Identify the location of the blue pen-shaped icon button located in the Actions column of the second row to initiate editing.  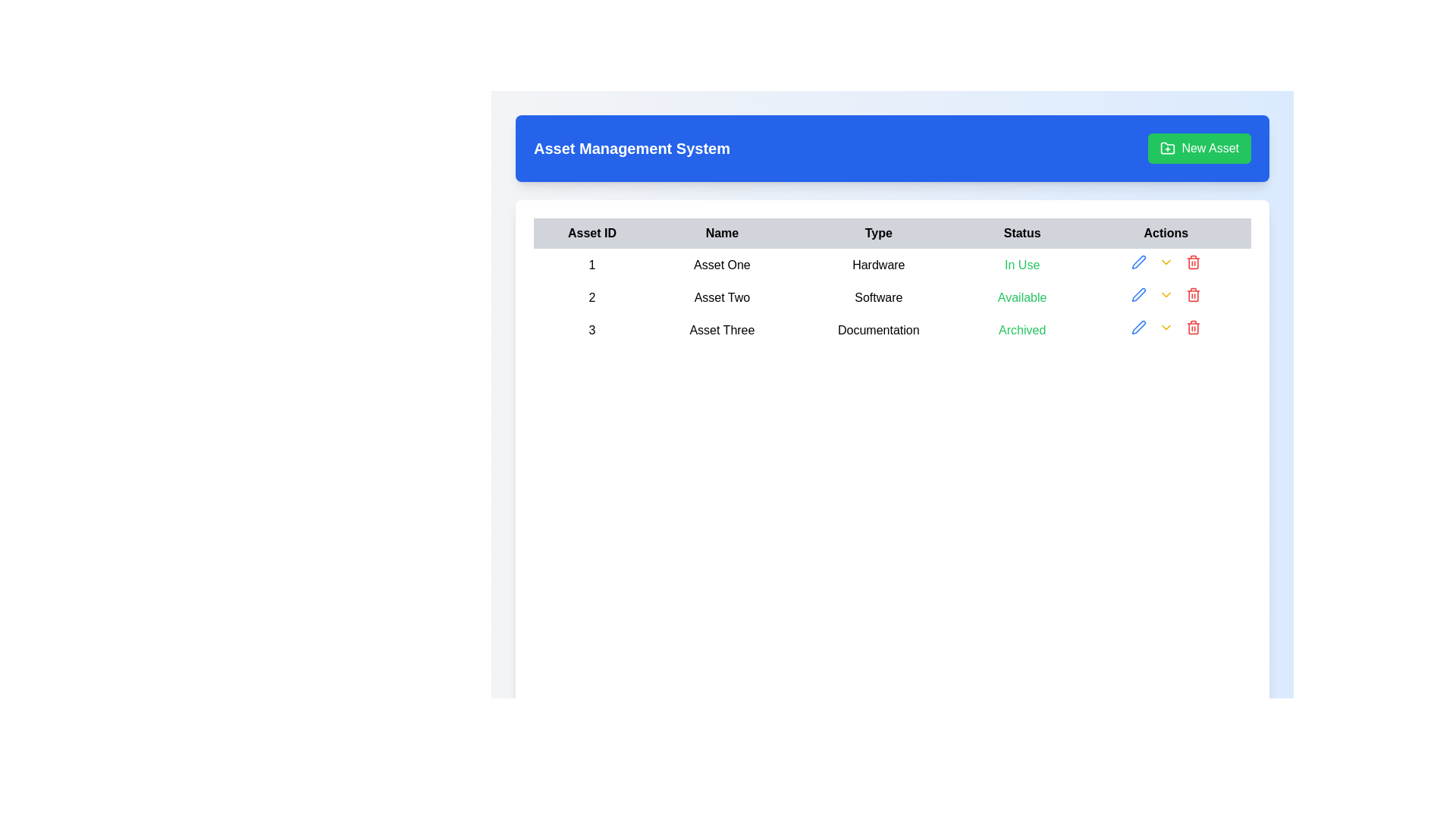
(1138, 262).